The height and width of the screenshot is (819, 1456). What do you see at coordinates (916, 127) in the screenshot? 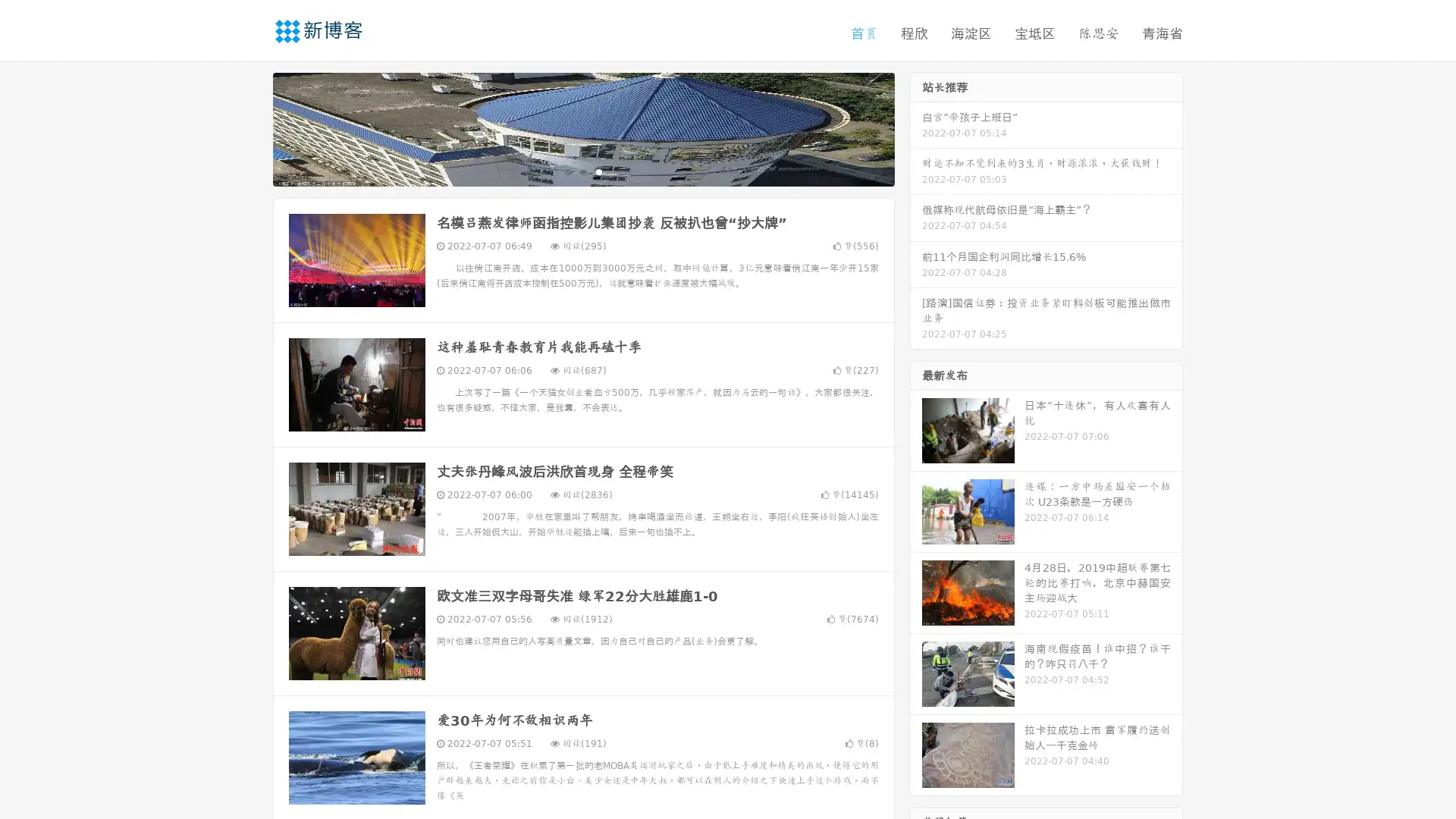
I see `Next slide` at bounding box center [916, 127].